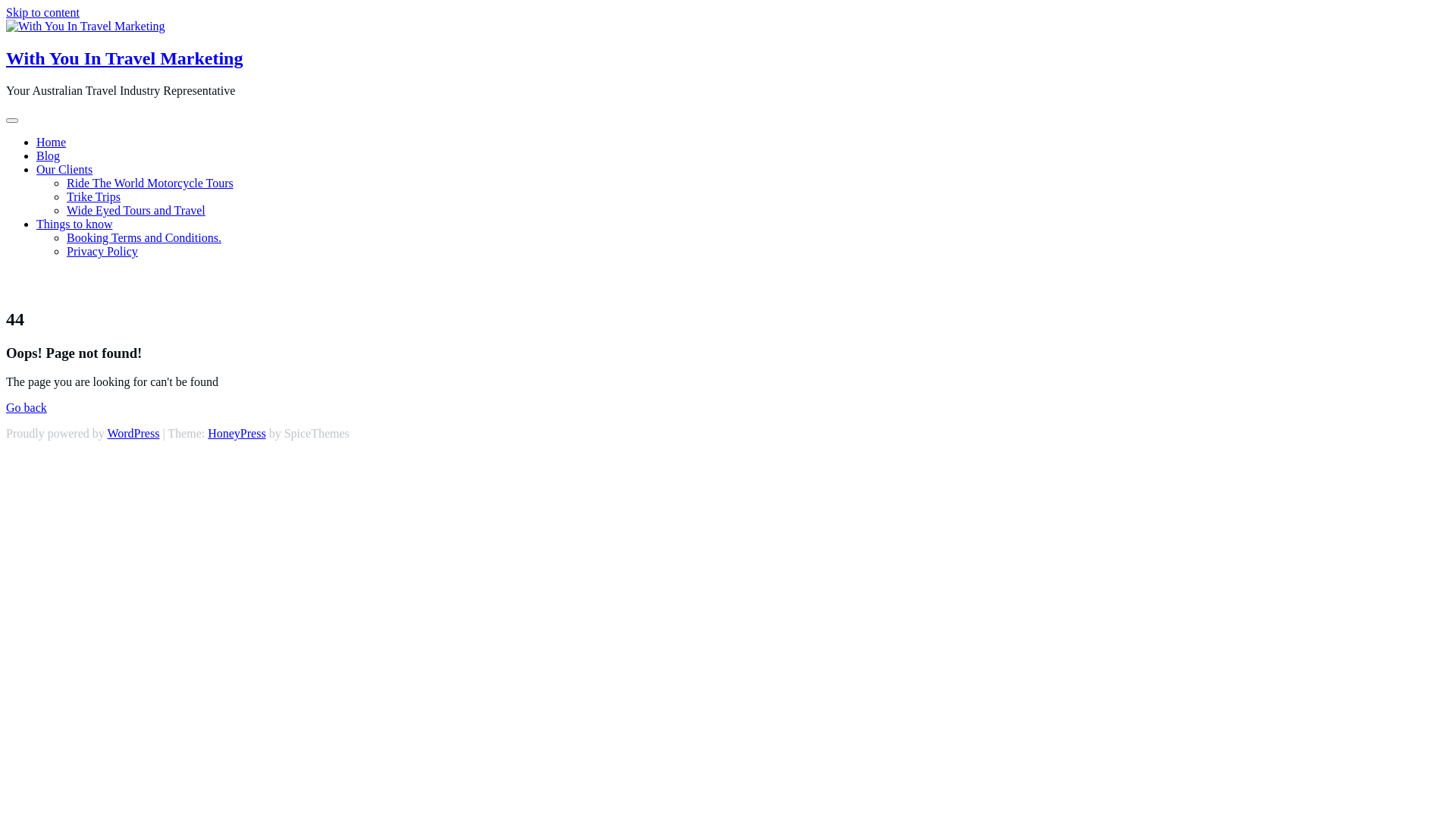 The height and width of the screenshot is (819, 1456). I want to click on 'Blog', so click(48, 155).